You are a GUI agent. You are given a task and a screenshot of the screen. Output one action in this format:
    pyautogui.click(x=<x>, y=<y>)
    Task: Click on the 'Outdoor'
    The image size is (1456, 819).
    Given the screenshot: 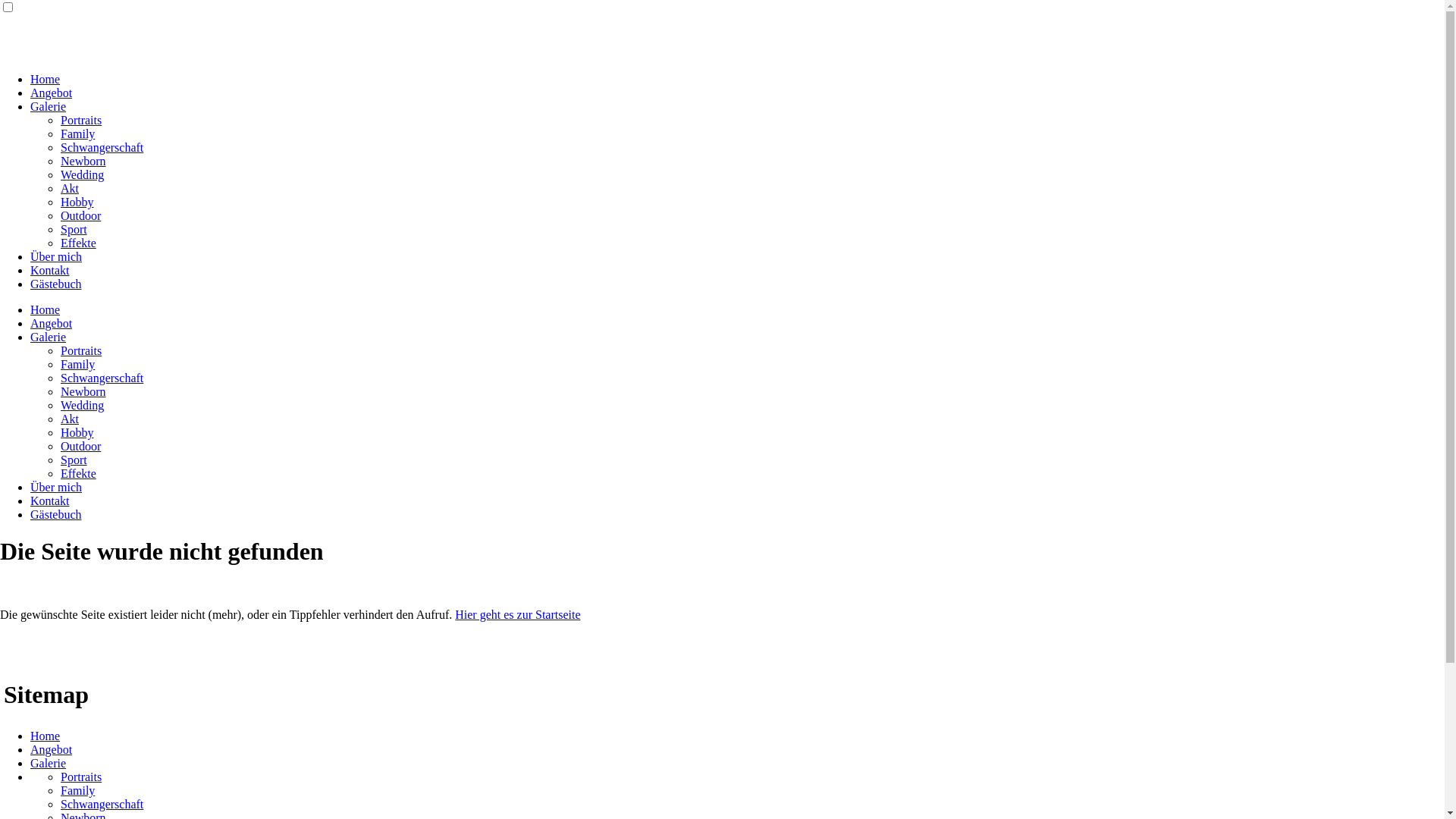 What is the action you would take?
    pyautogui.click(x=80, y=445)
    